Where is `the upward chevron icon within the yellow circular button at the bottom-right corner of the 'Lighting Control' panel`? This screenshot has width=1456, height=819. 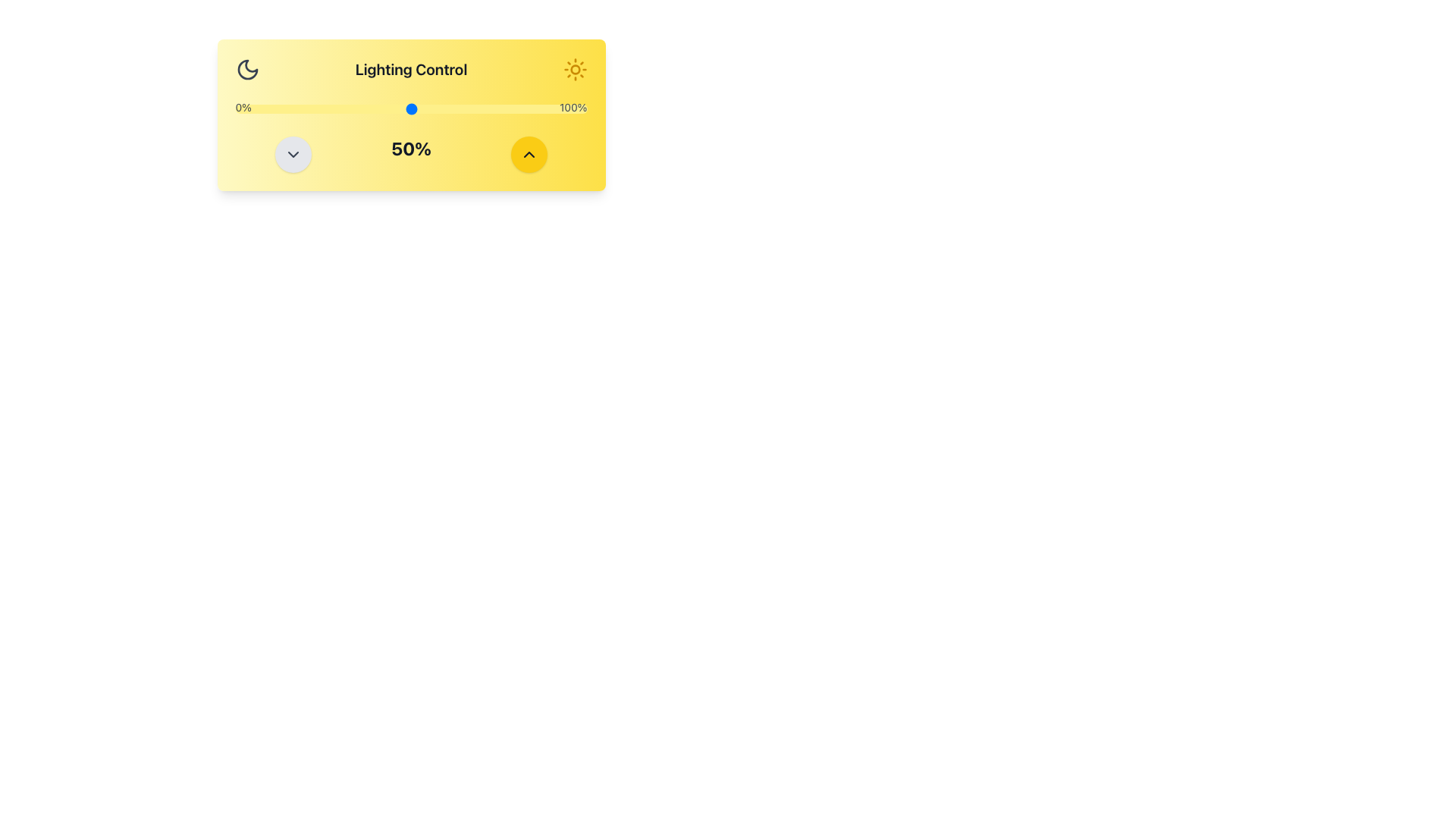
the upward chevron icon within the yellow circular button at the bottom-right corner of the 'Lighting Control' panel is located at coordinates (529, 155).